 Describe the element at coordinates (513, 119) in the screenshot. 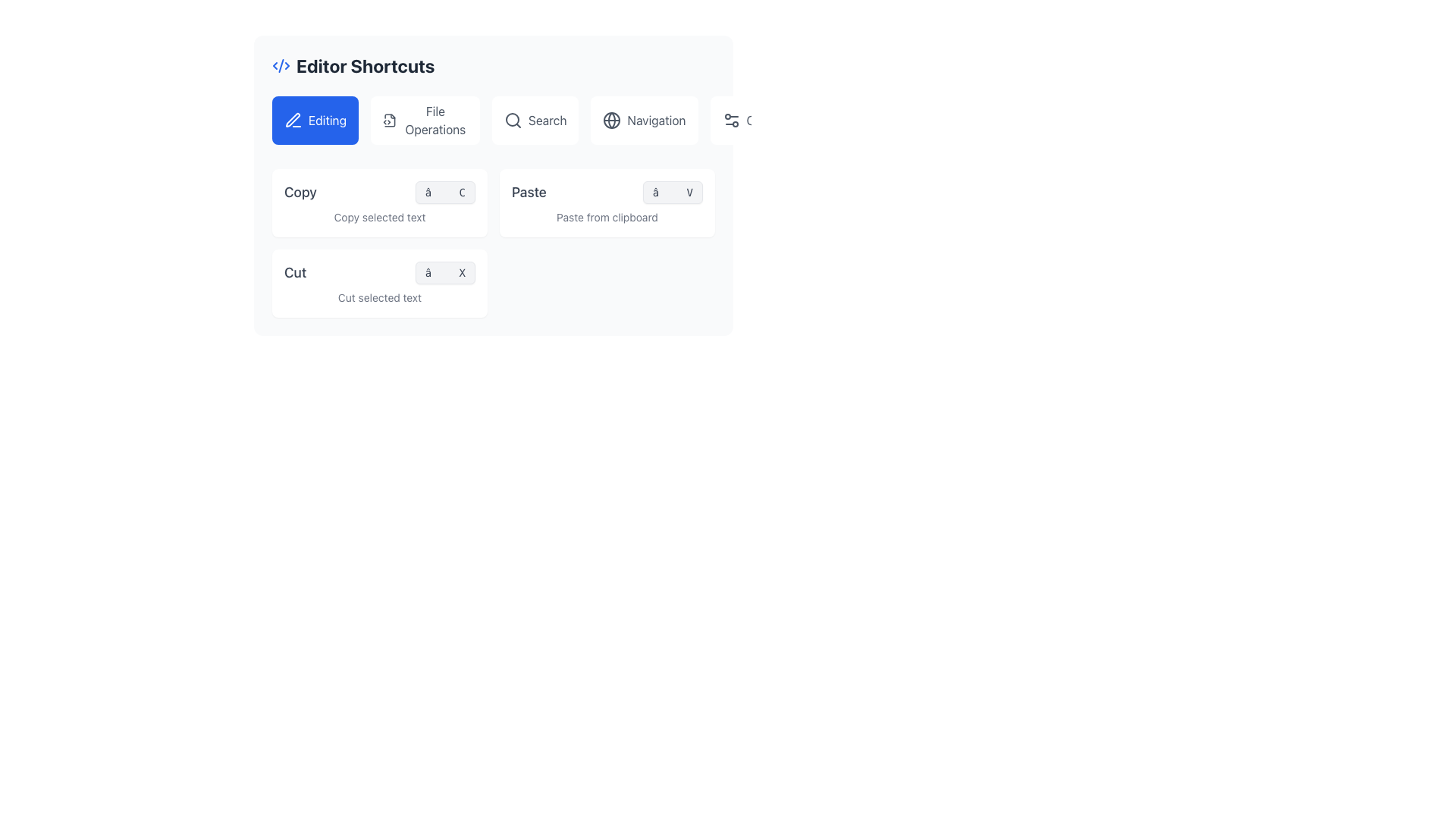

I see `the magnifying glass icon within the 'Search' button located in the top toolbar` at that location.